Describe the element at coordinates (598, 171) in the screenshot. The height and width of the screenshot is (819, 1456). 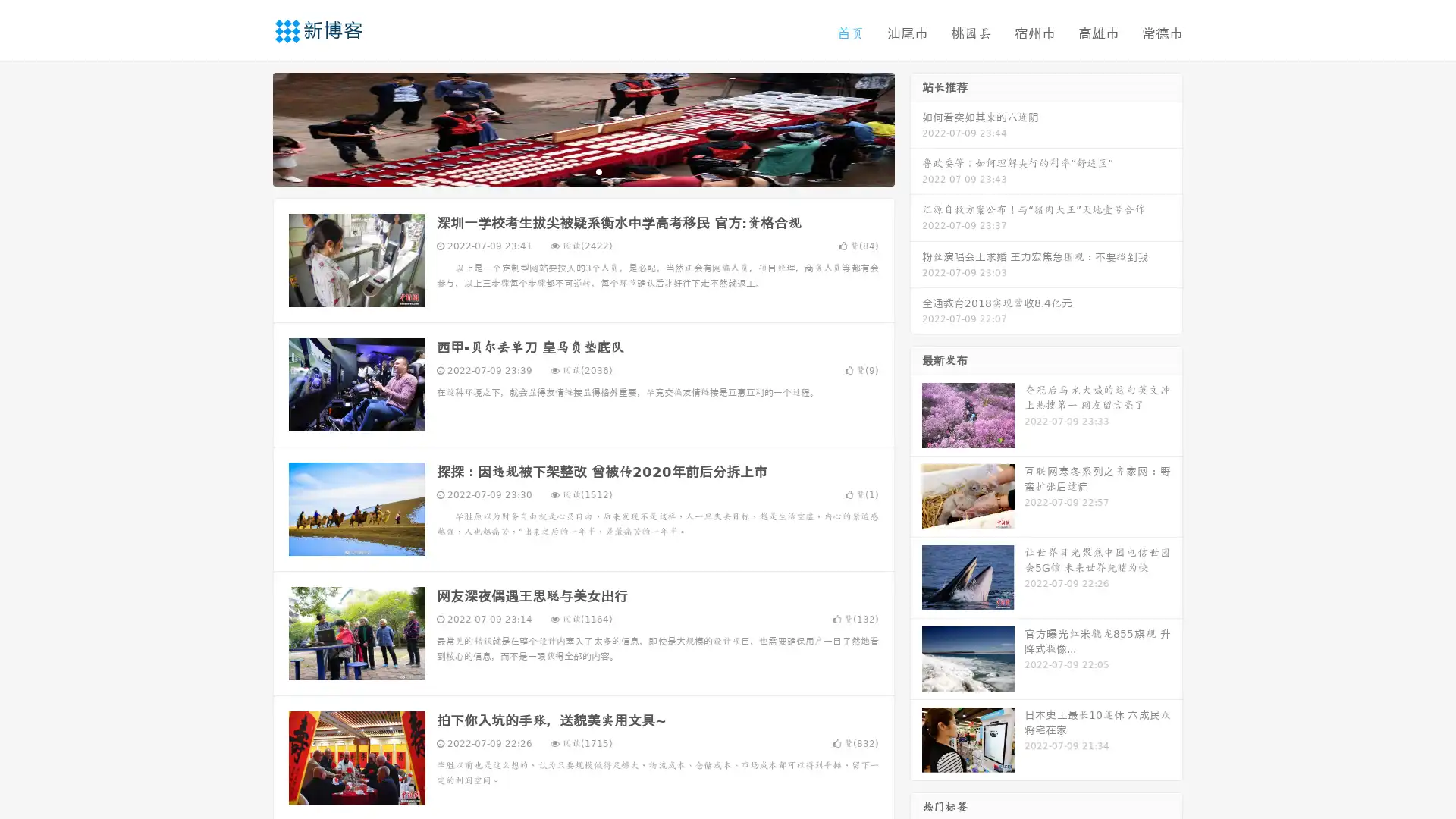
I see `Go to slide 3` at that location.